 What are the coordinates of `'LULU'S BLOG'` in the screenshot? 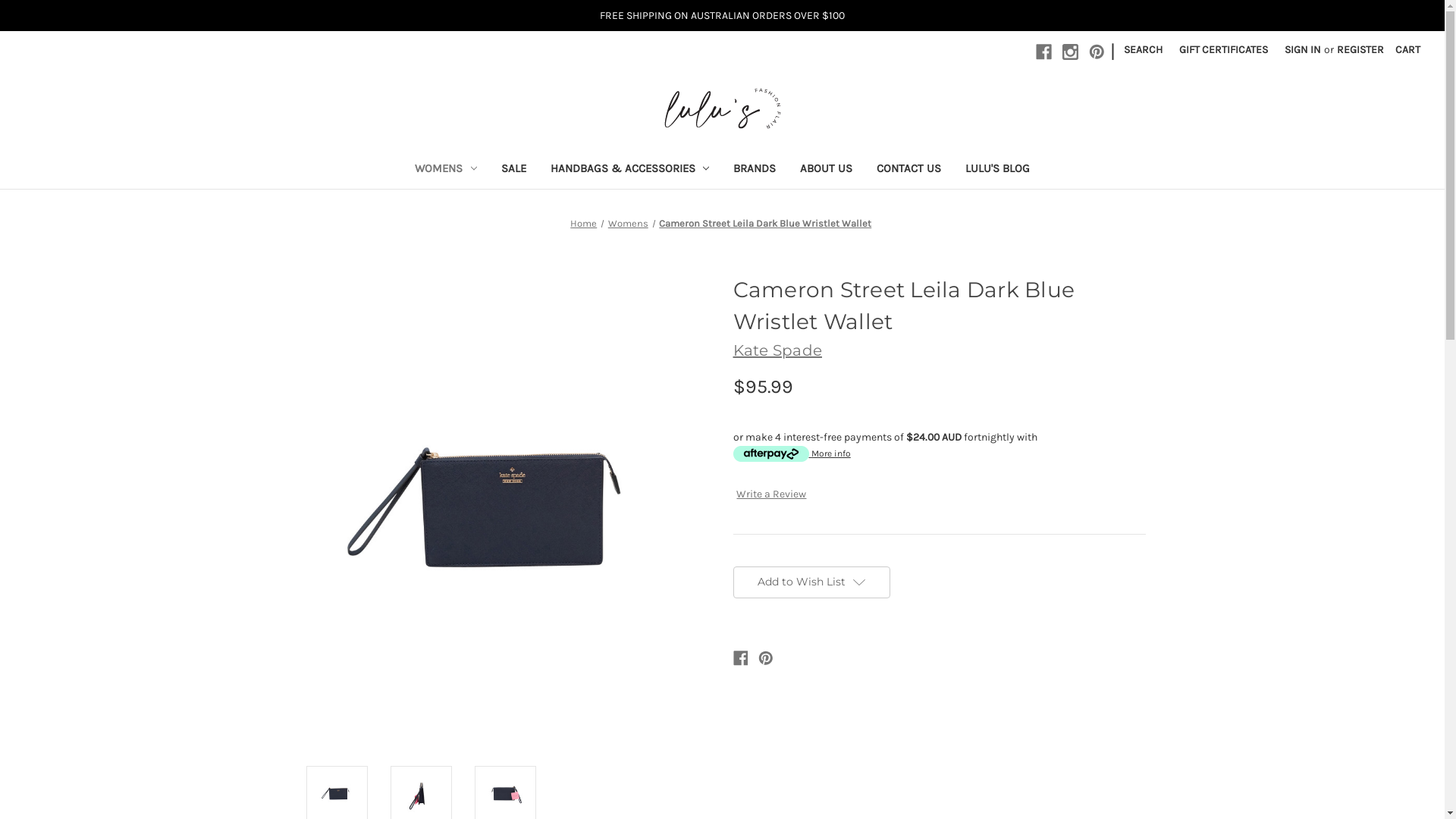 It's located at (997, 170).